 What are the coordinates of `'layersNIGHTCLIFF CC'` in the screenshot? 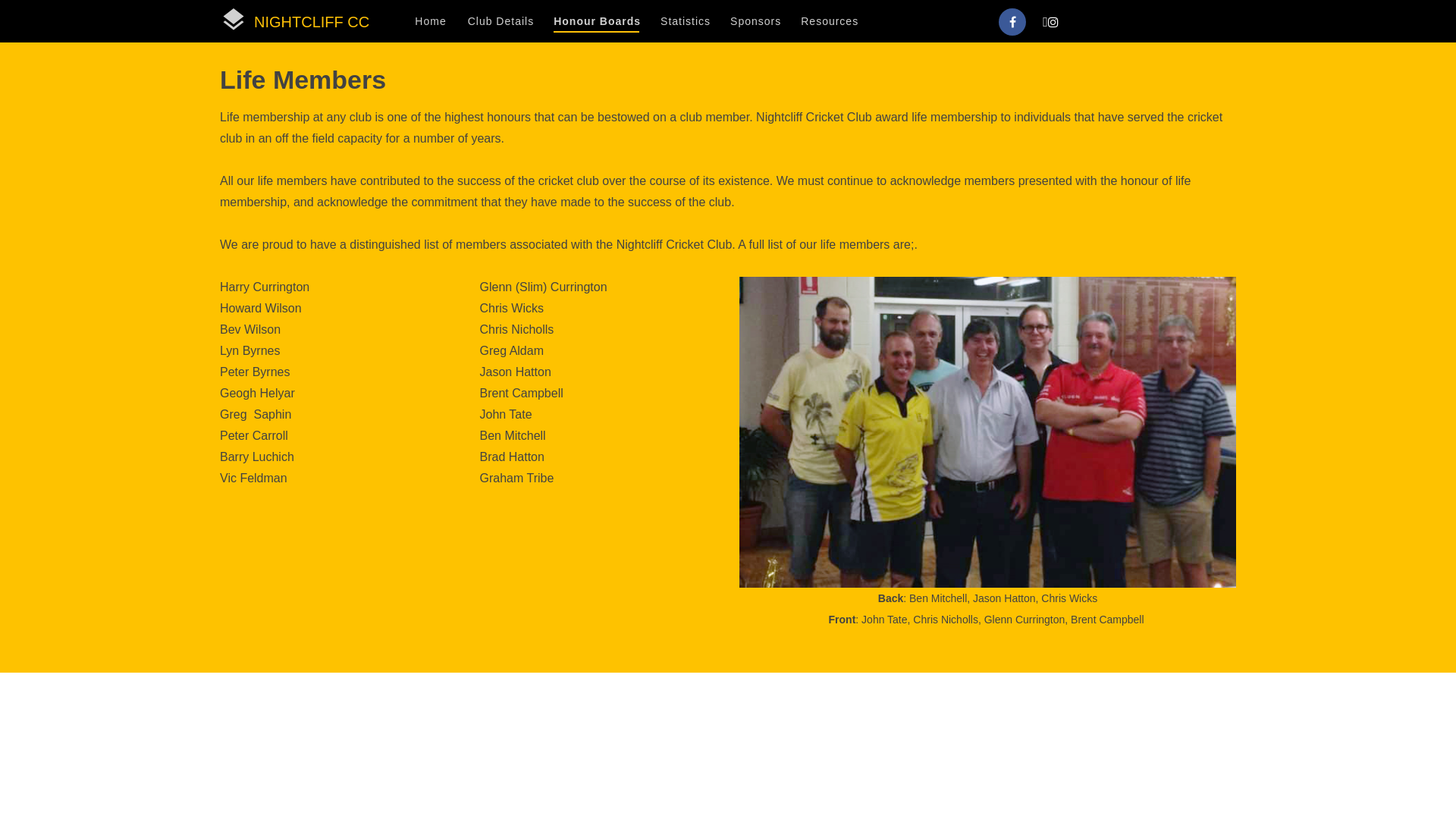 It's located at (294, 20).